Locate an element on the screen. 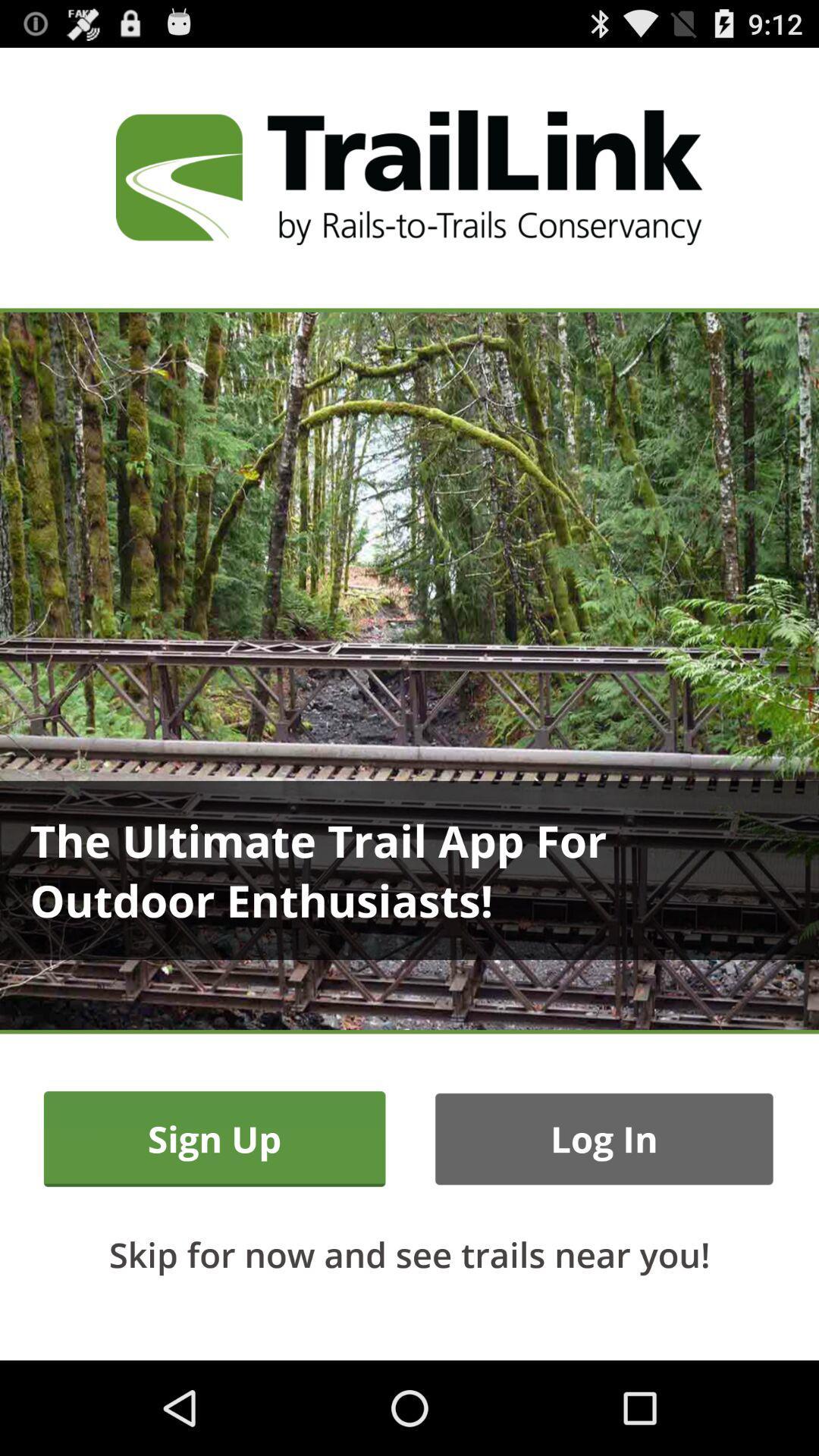 The height and width of the screenshot is (1456, 819). icon to the right of the sign up item is located at coordinates (603, 1139).